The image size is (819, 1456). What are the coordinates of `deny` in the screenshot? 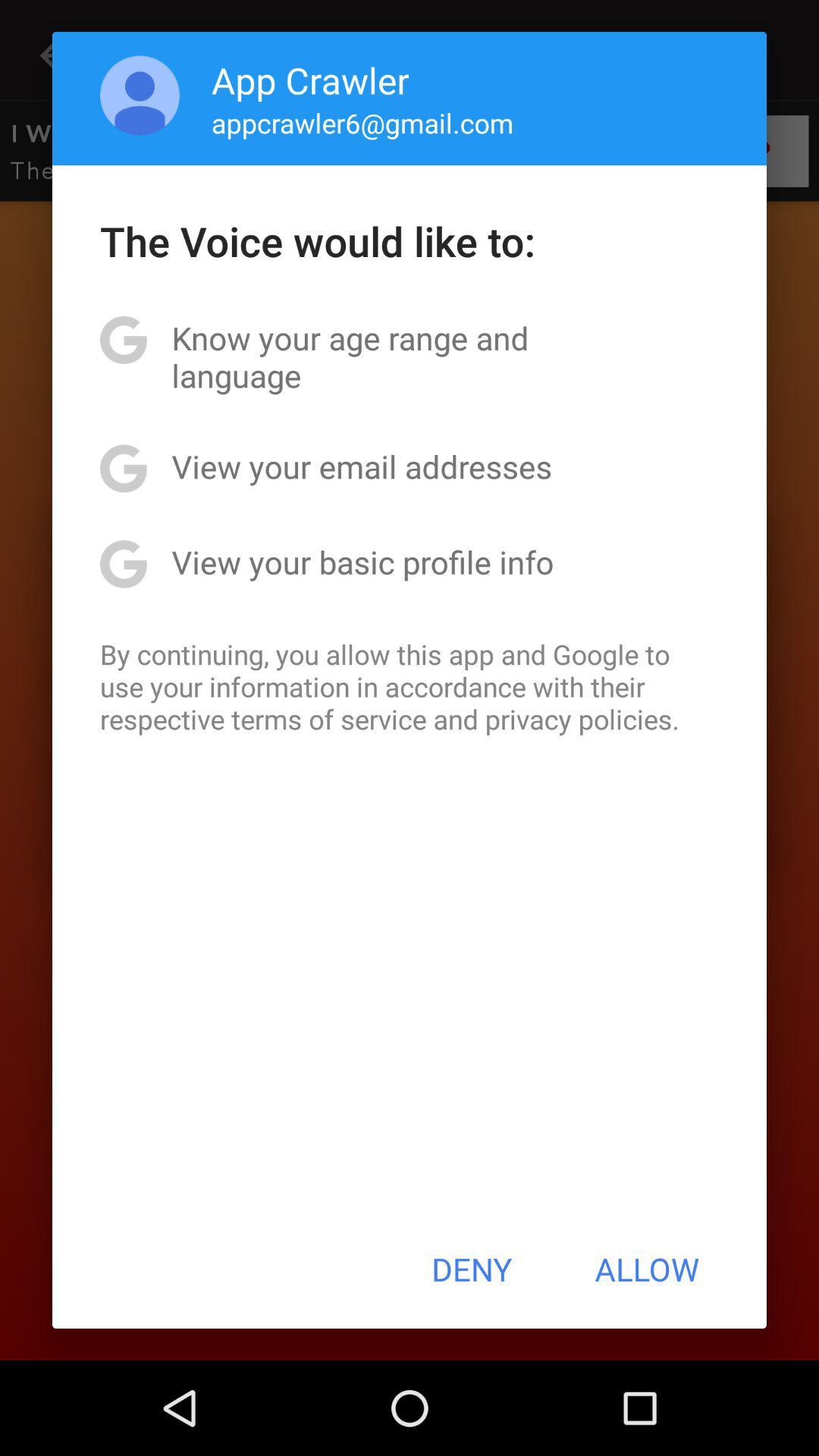 It's located at (471, 1269).